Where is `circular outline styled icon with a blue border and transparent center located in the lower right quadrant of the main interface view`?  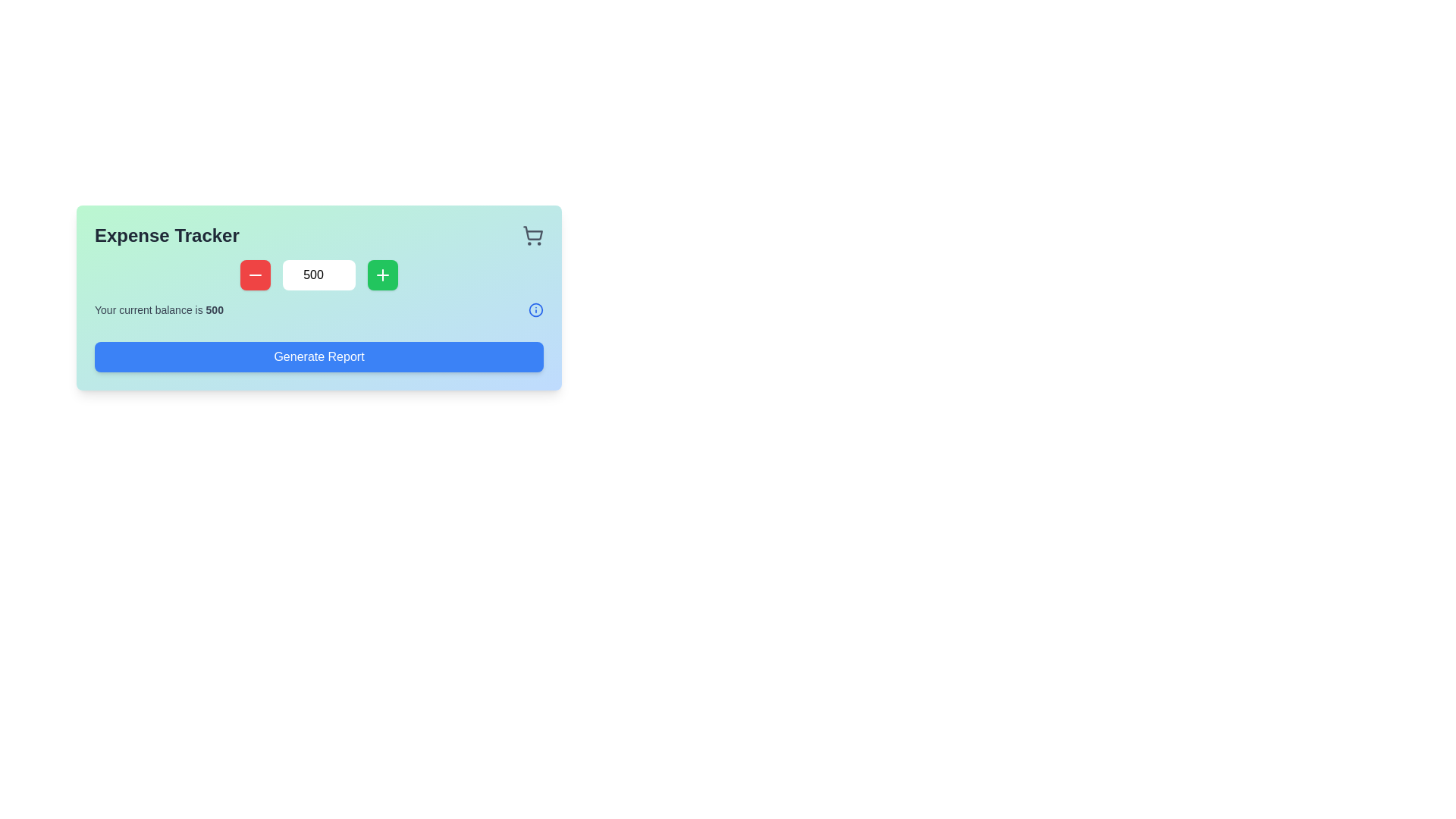
circular outline styled icon with a blue border and transparent center located in the lower right quadrant of the main interface view is located at coordinates (535, 309).